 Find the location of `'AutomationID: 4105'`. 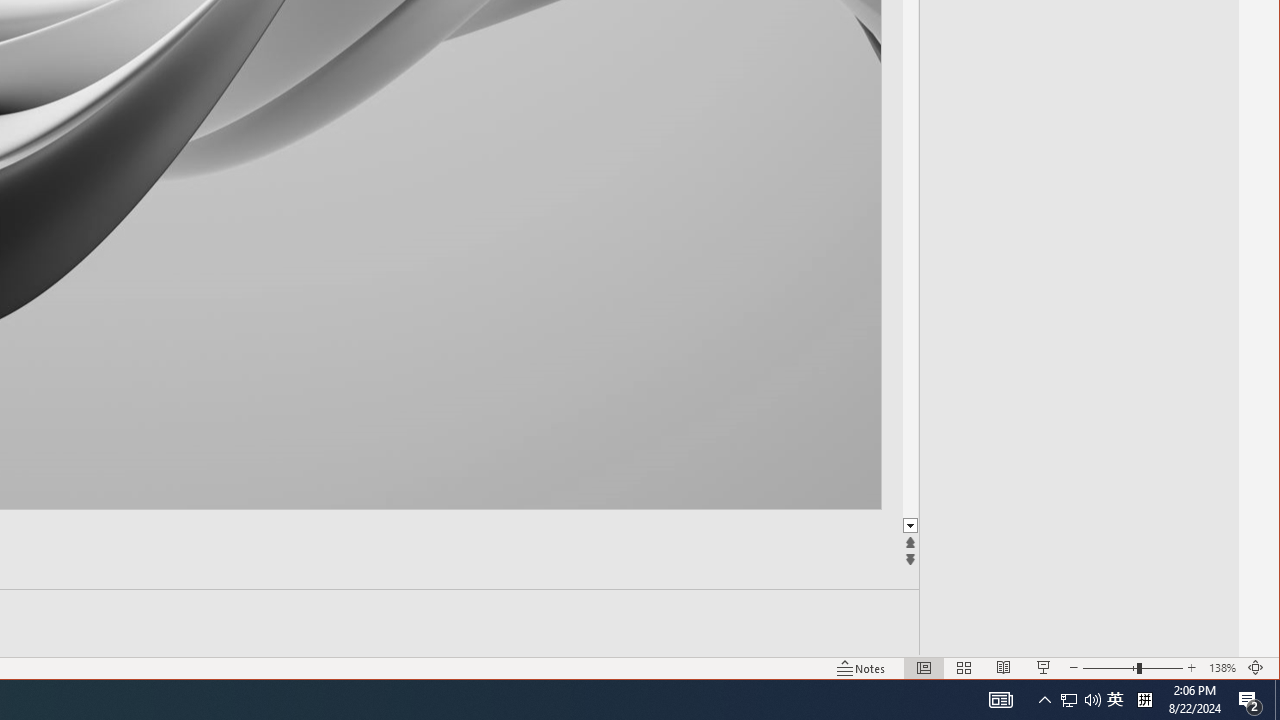

'AutomationID: 4105' is located at coordinates (1000, 698).